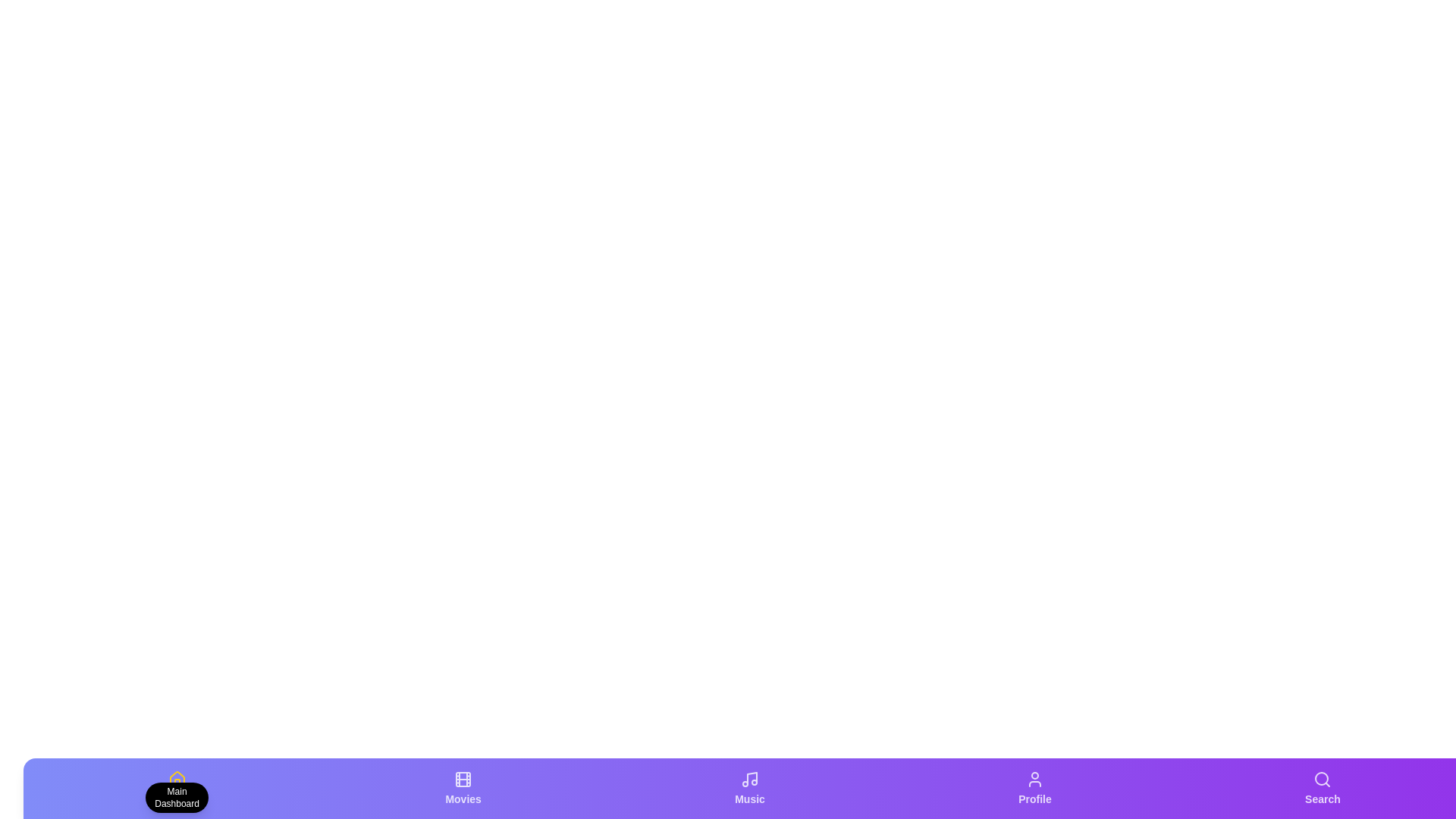 The image size is (1456, 819). I want to click on the tab labeled 'Search' to view its description tooltip, so click(1322, 788).